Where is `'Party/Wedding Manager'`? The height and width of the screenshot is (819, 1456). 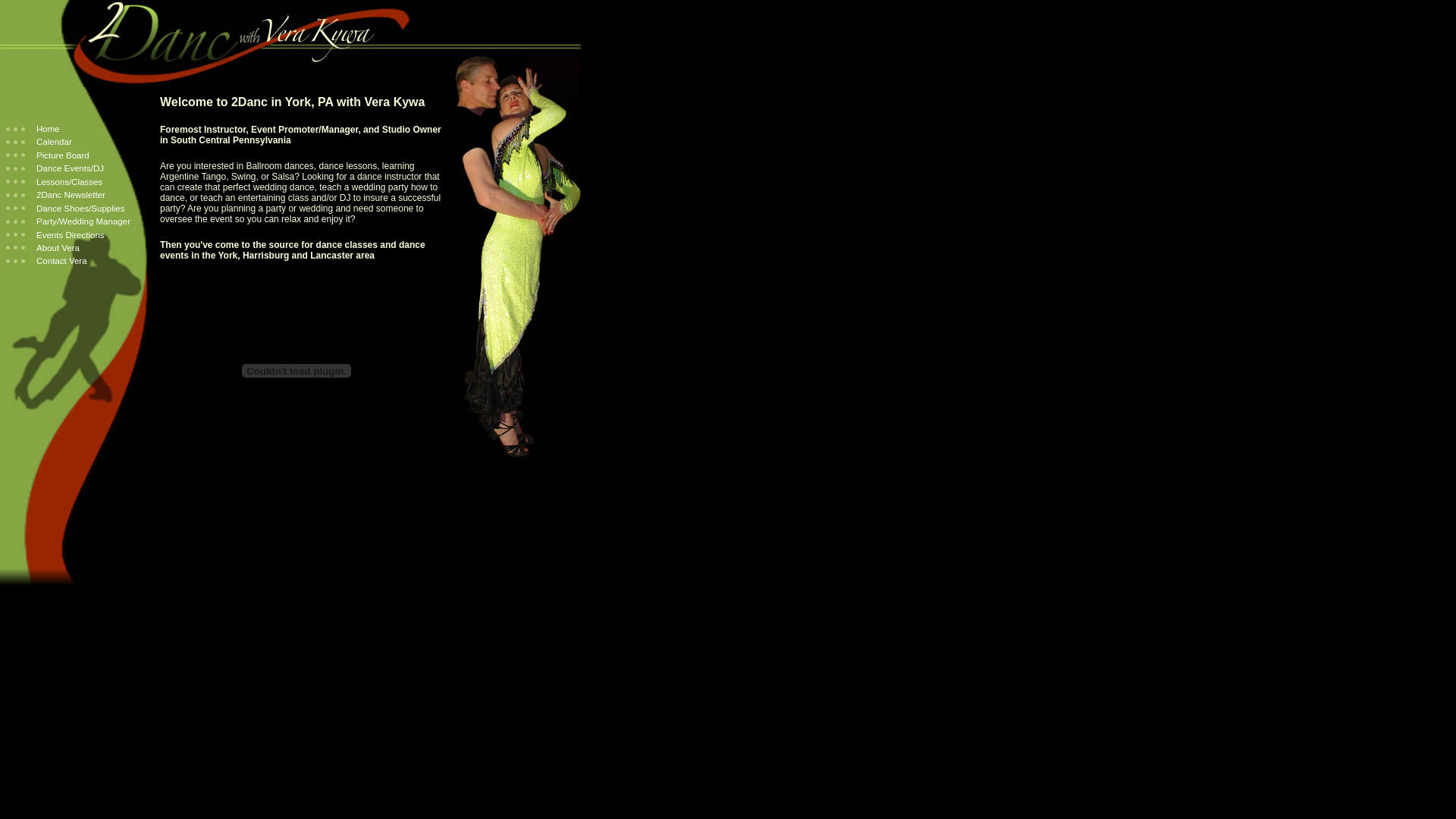 'Party/Wedding Manager' is located at coordinates (67, 221).